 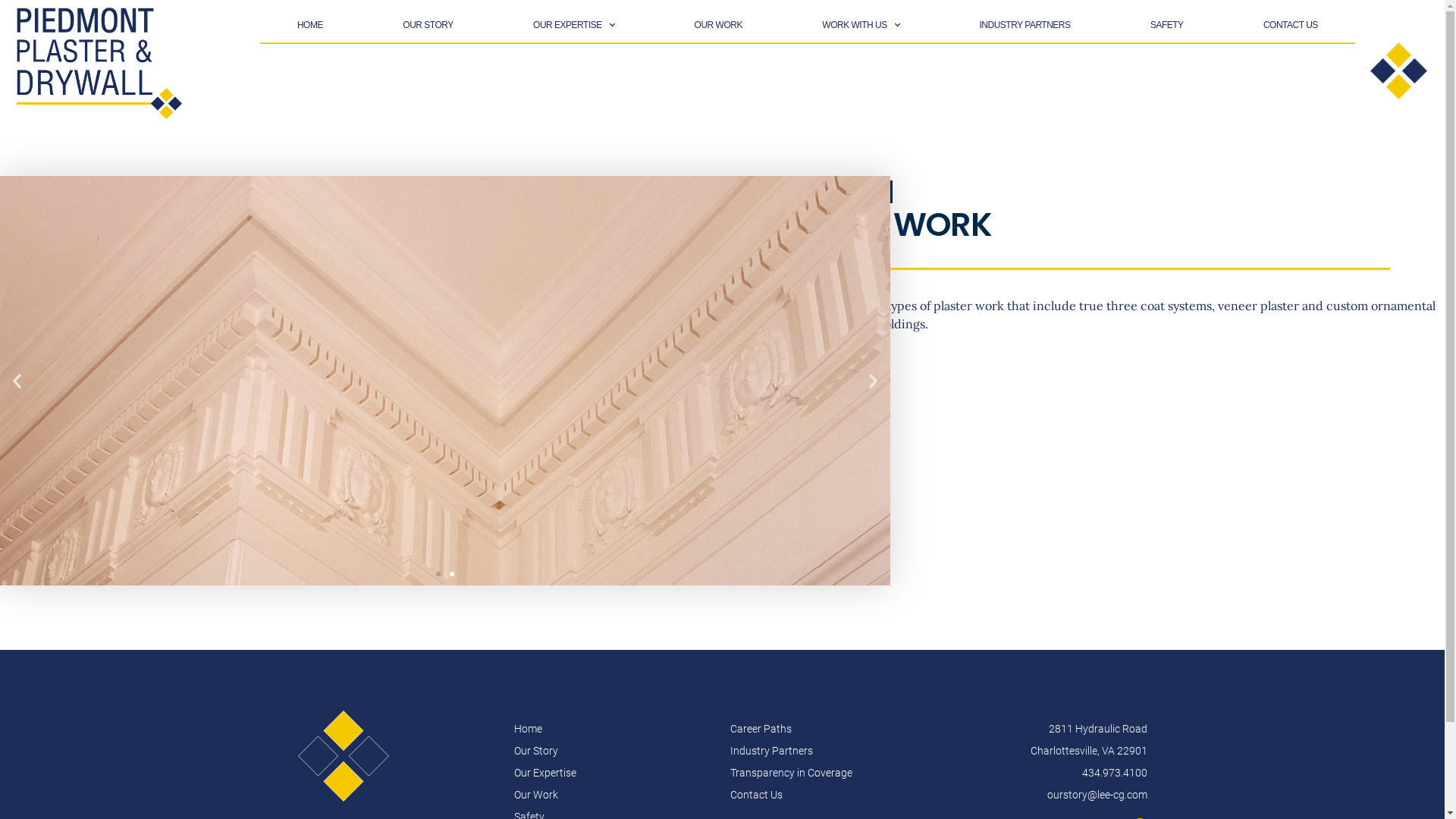 What do you see at coordinates (717, 25) in the screenshot?
I see `'OUR WORK'` at bounding box center [717, 25].